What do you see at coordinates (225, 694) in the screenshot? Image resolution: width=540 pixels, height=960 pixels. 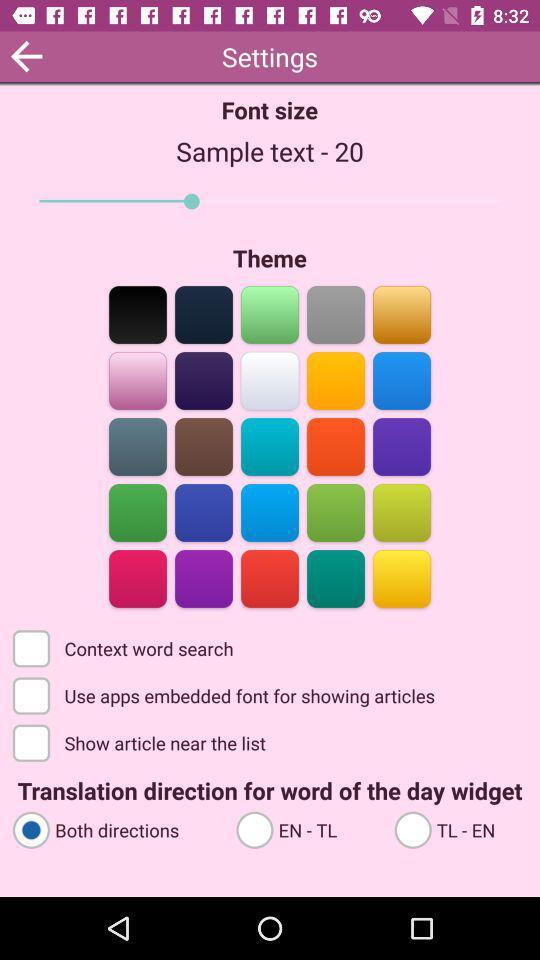 I see `the item below the context word search item` at bounding box center [225, 694].